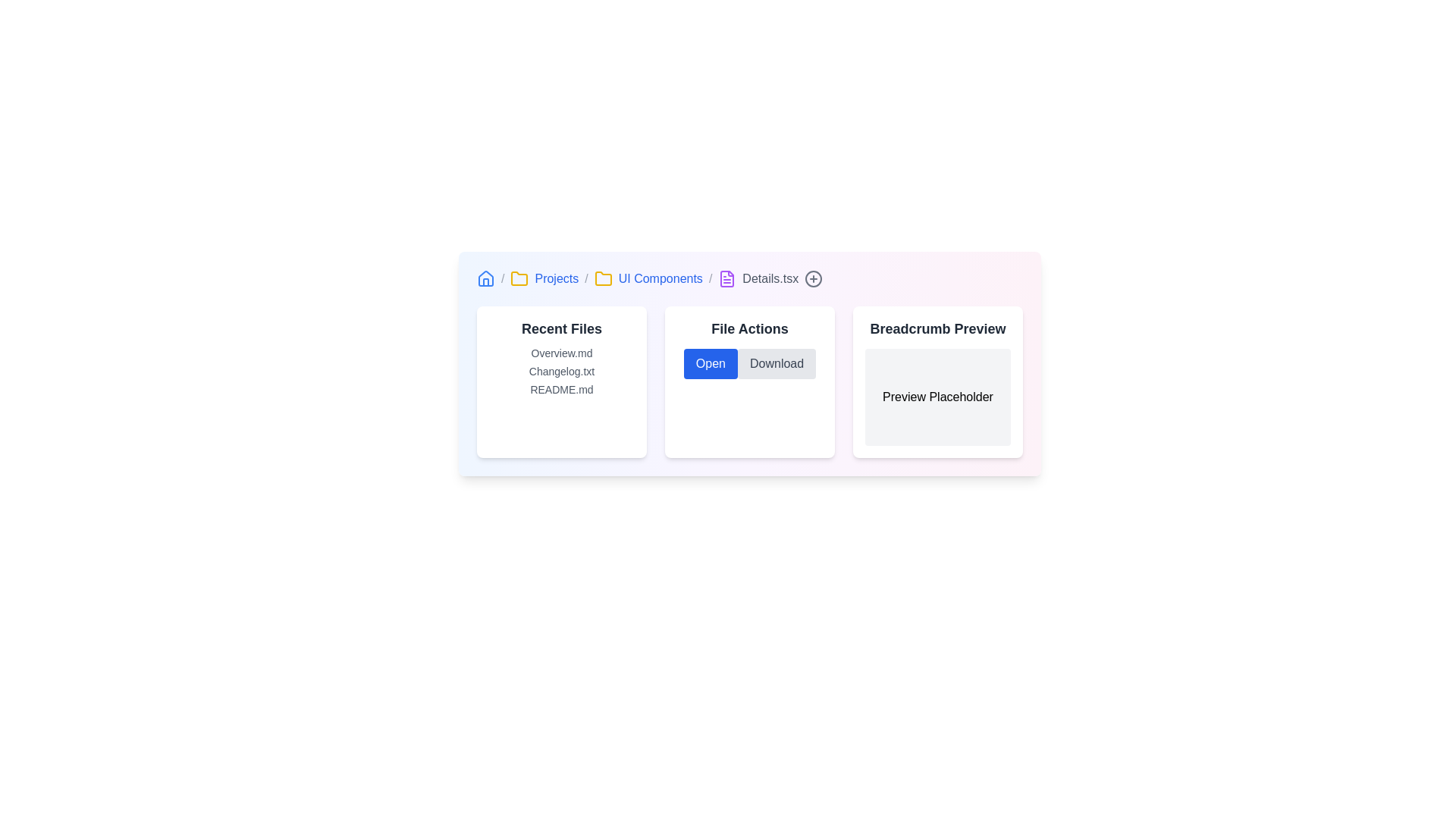 The height and width of the screenshot is (819, 1456). What do you see at coordinates (602, 278) in the screenshot?
I see `the folder icon in the breadcrumb navigation sequence, which is located between the 'Projects' folder and the 'UI Components' link` at bounding box center [602, 278].